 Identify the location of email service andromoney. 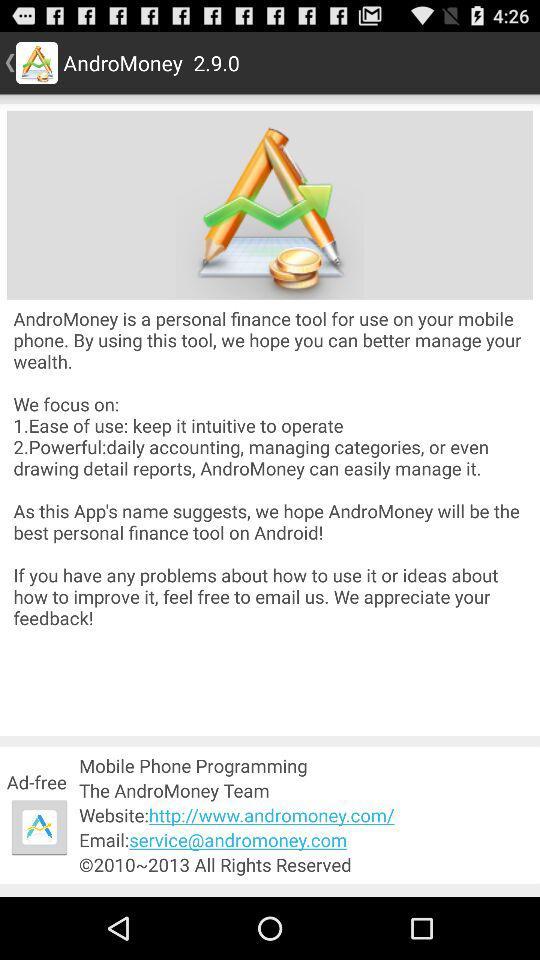
(306, 840).